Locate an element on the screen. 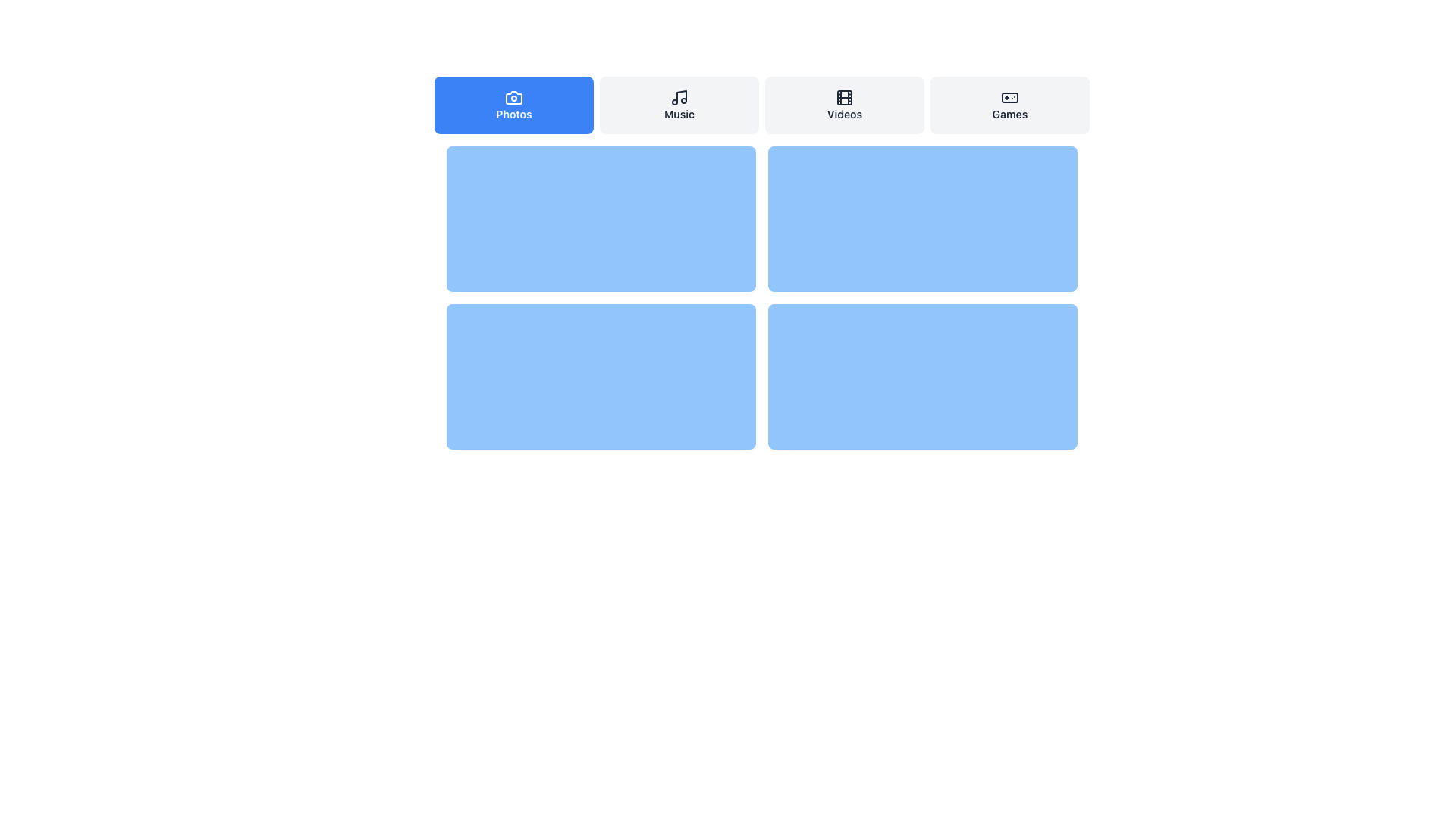  the 'Games' button, which is the fourth button in a horizontal layout with a gray background and a black gamepad icon is located at coordinates (1009, 104).